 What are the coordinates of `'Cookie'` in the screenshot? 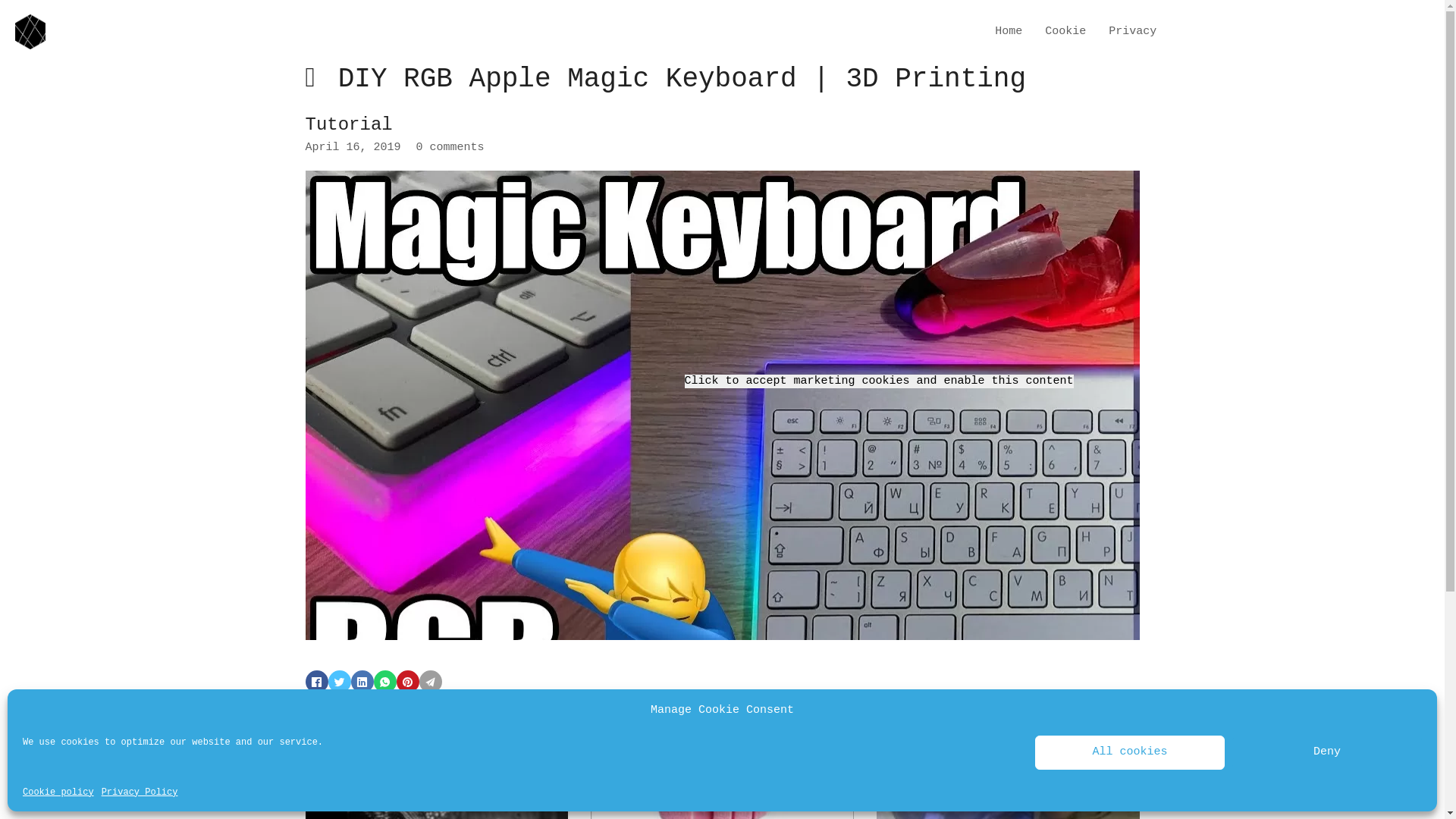 It's located at (1065, 32).